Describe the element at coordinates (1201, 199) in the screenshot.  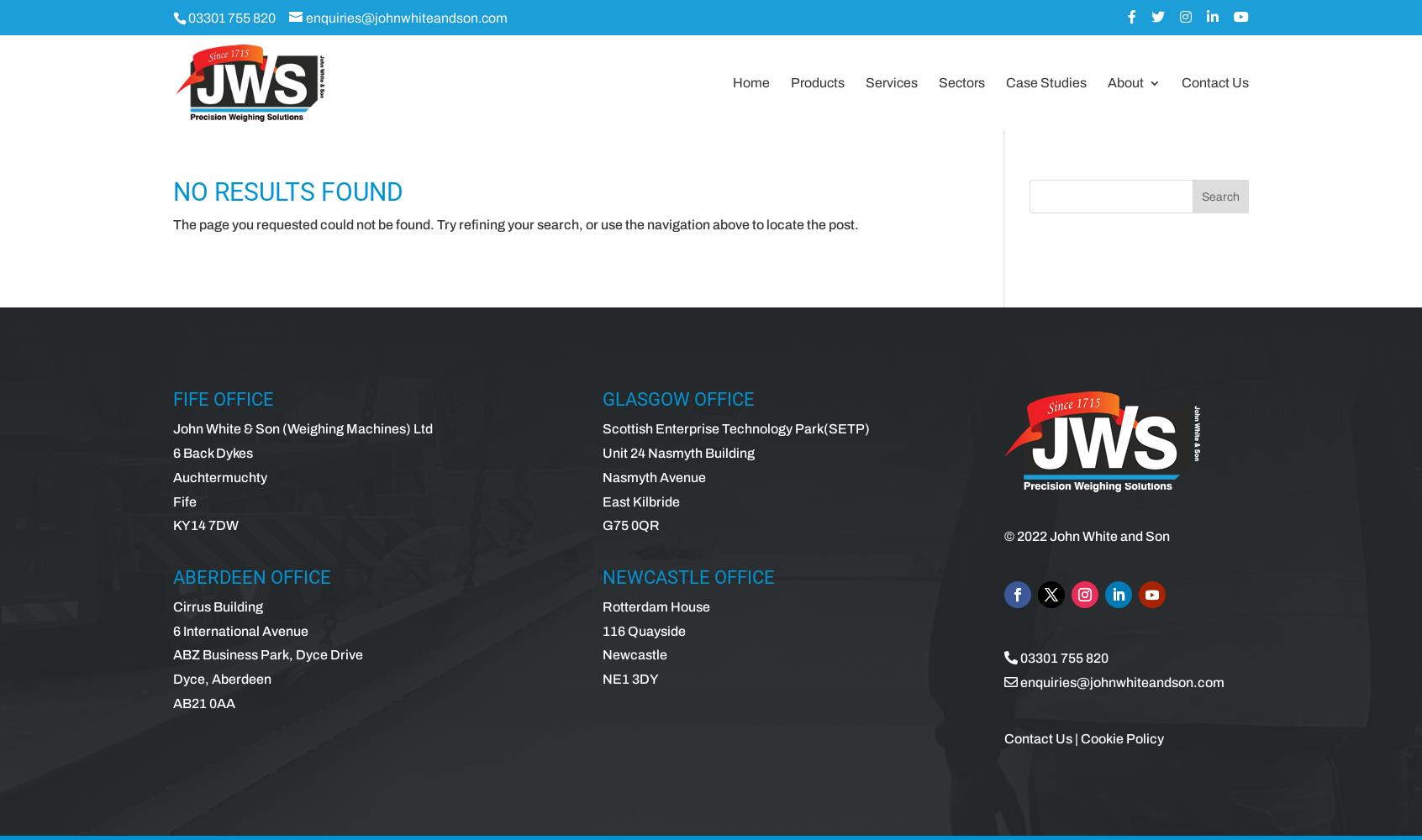
I see `'Community Support'` at that location.